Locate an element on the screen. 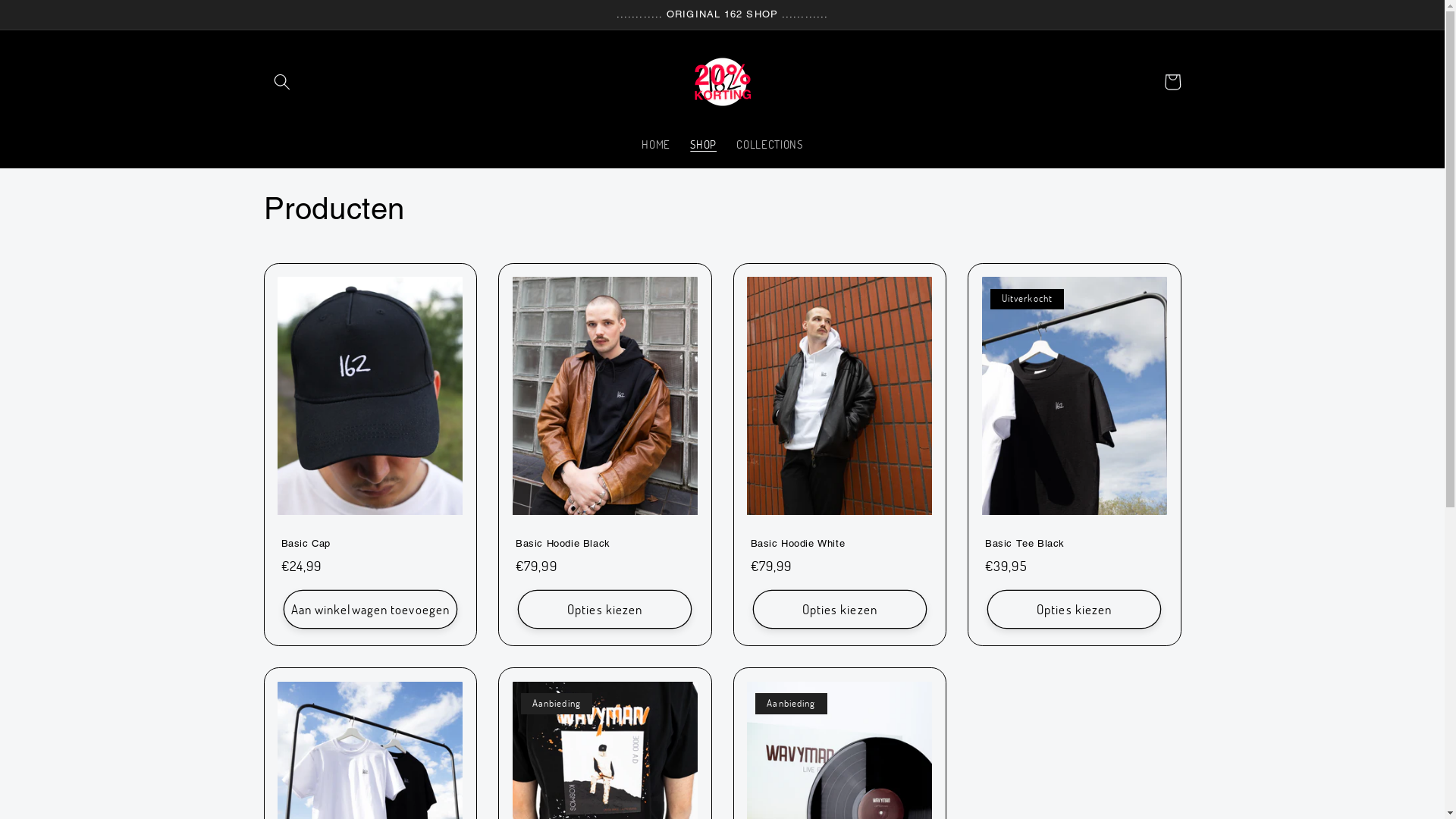  'Basic Hoodie Black' is located at coordinates (604, 543).